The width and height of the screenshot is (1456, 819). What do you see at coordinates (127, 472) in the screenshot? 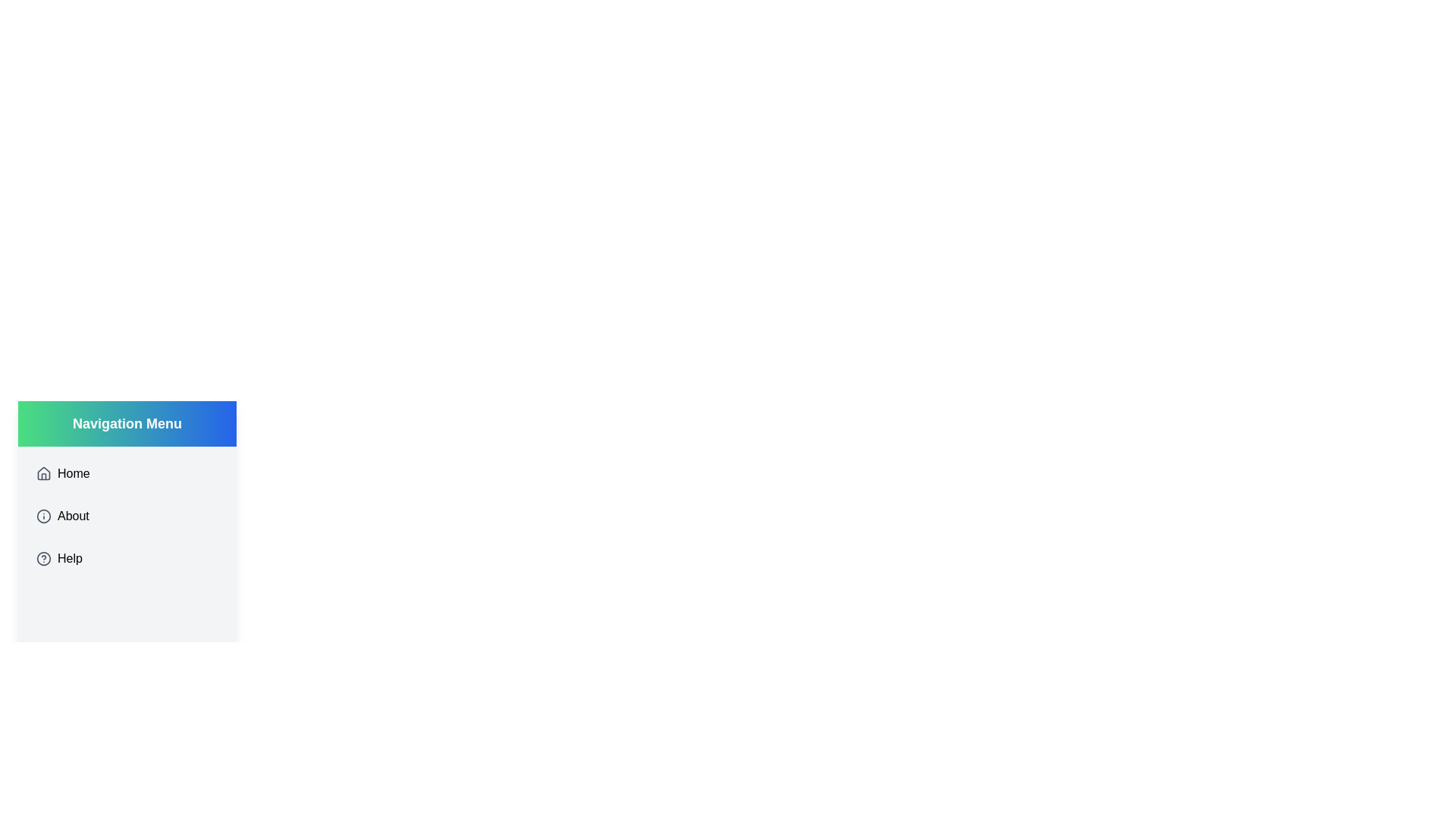
I see `the first navigation item in the vertical menu` at bounding box center [127, 472].